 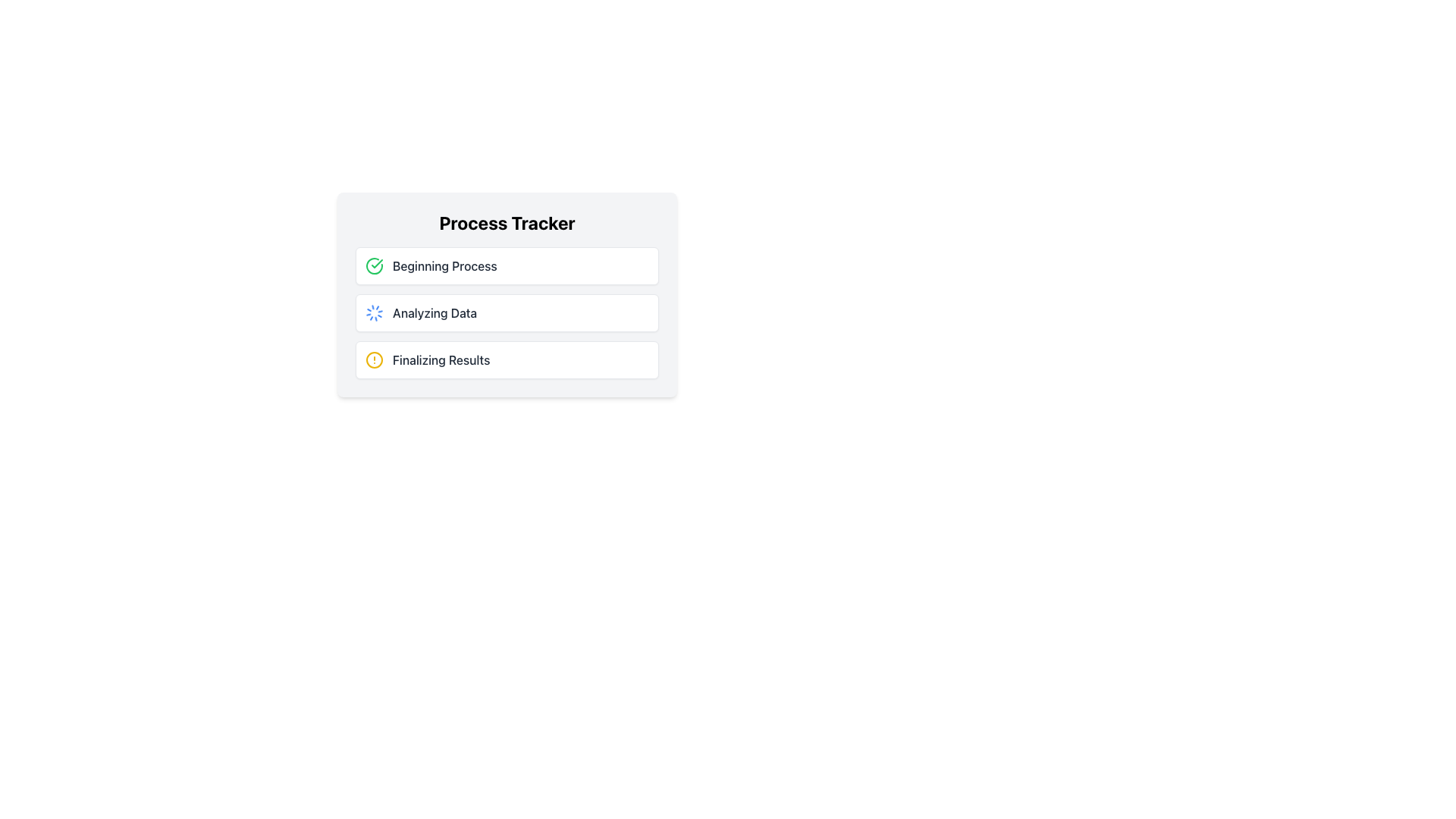 What do you see at coordinates (421, 312) in the screenshot?
I see `status text of the 'Analyzing Data' process, which is indicated by a label and animated icon in the process tracker section` at bounding box center [421, 312].